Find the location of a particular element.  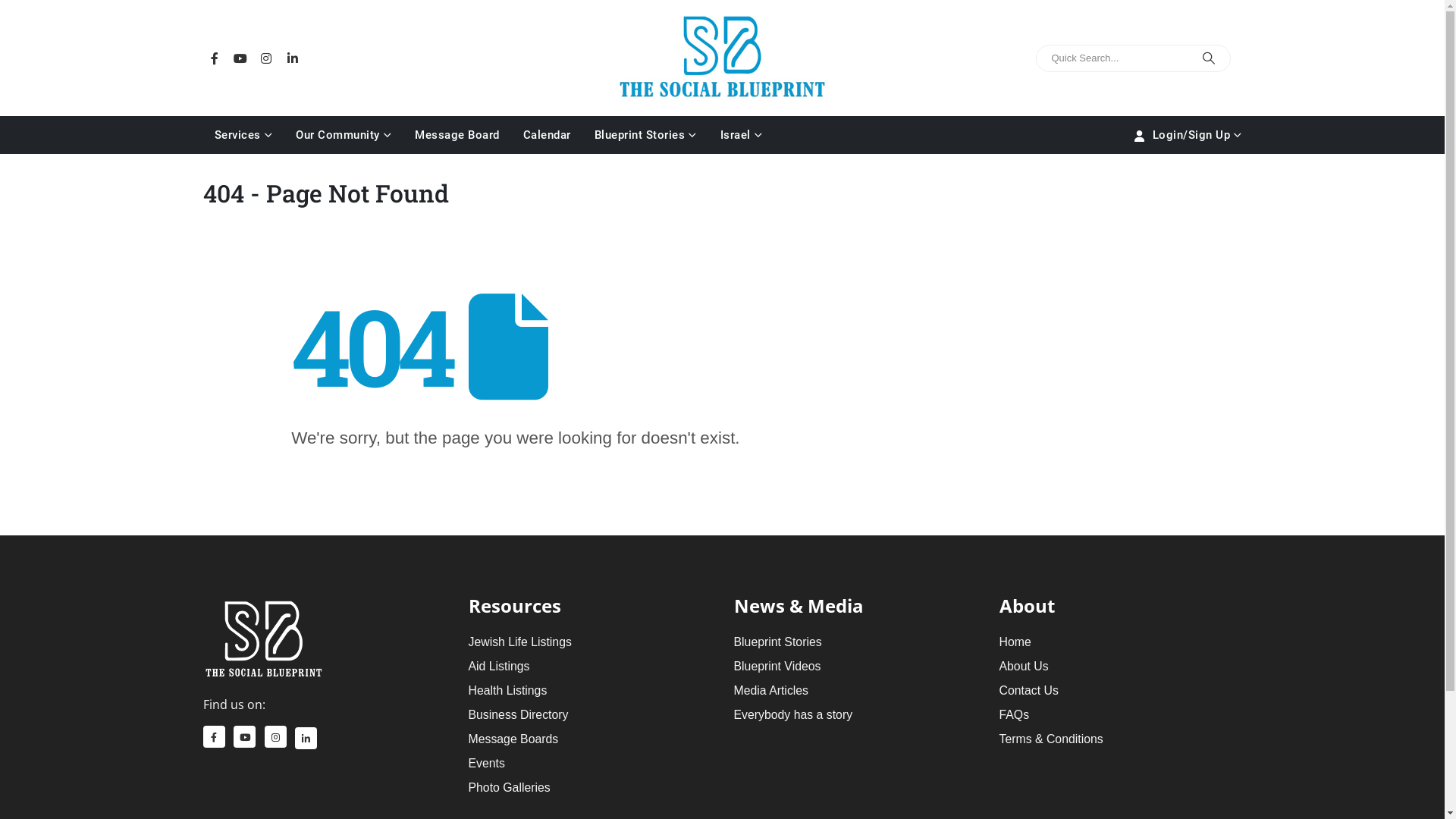

'Login/Sign Up' is located at coordinates (1185, 133).